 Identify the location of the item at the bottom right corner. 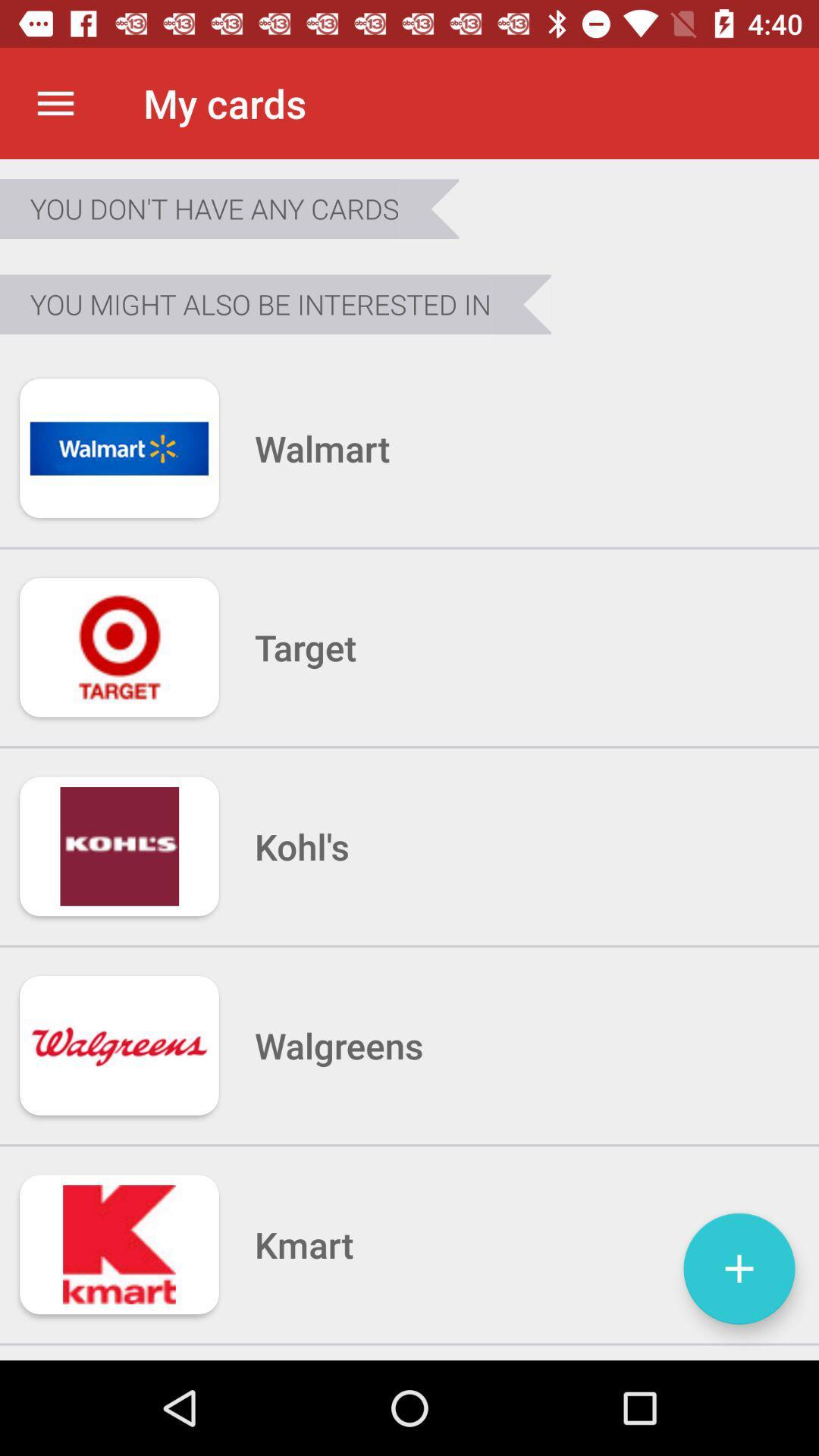
(739, 1269).